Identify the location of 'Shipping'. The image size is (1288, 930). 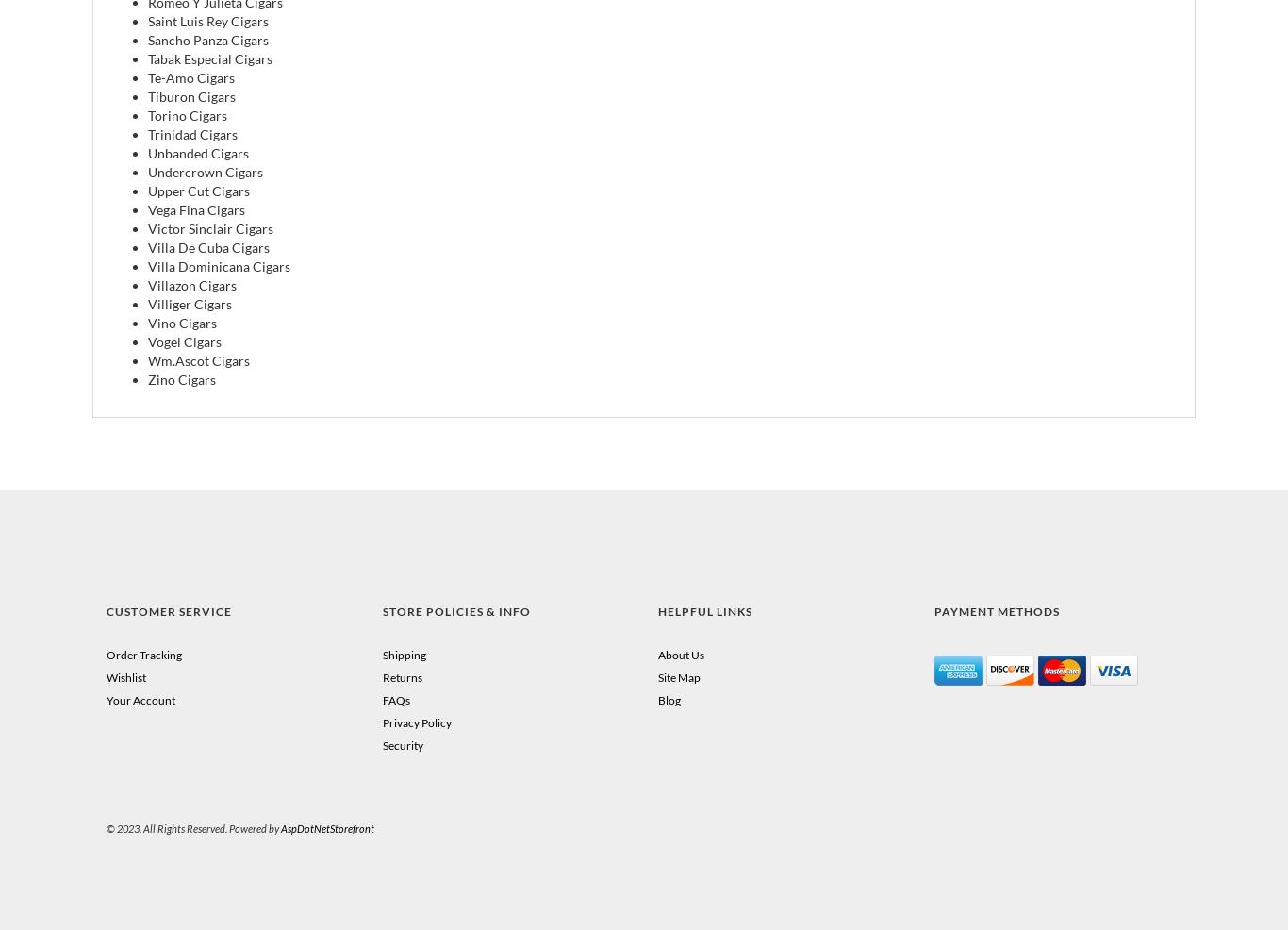
(402, 653).